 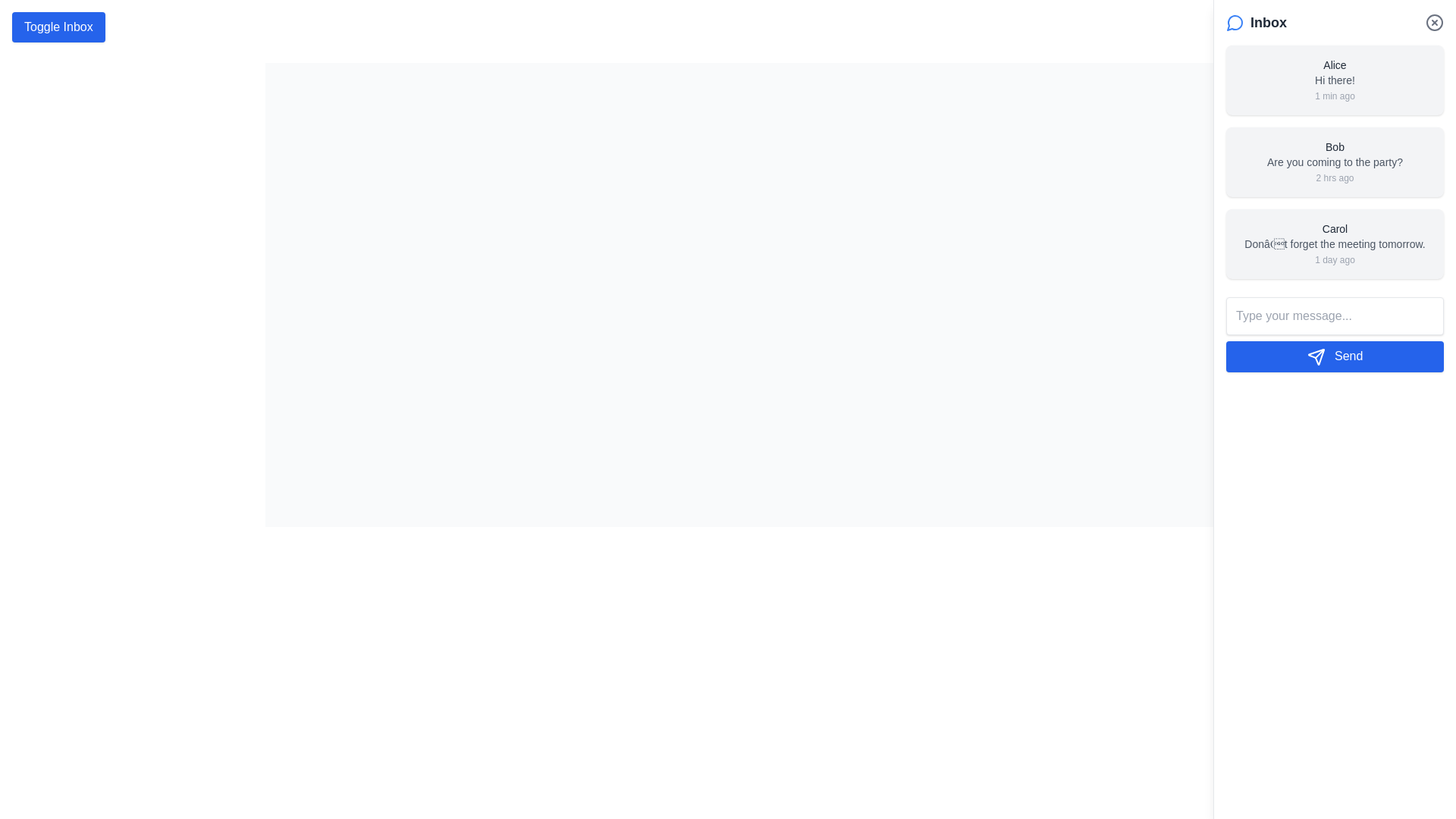 What do you see at coordinates (1335, 177) in the screenshot?
I see `the timestamp text label indicating '2 hrs ago,' located at the bottom-right of Bob's chat message card` at bounding box center [1335, 177].